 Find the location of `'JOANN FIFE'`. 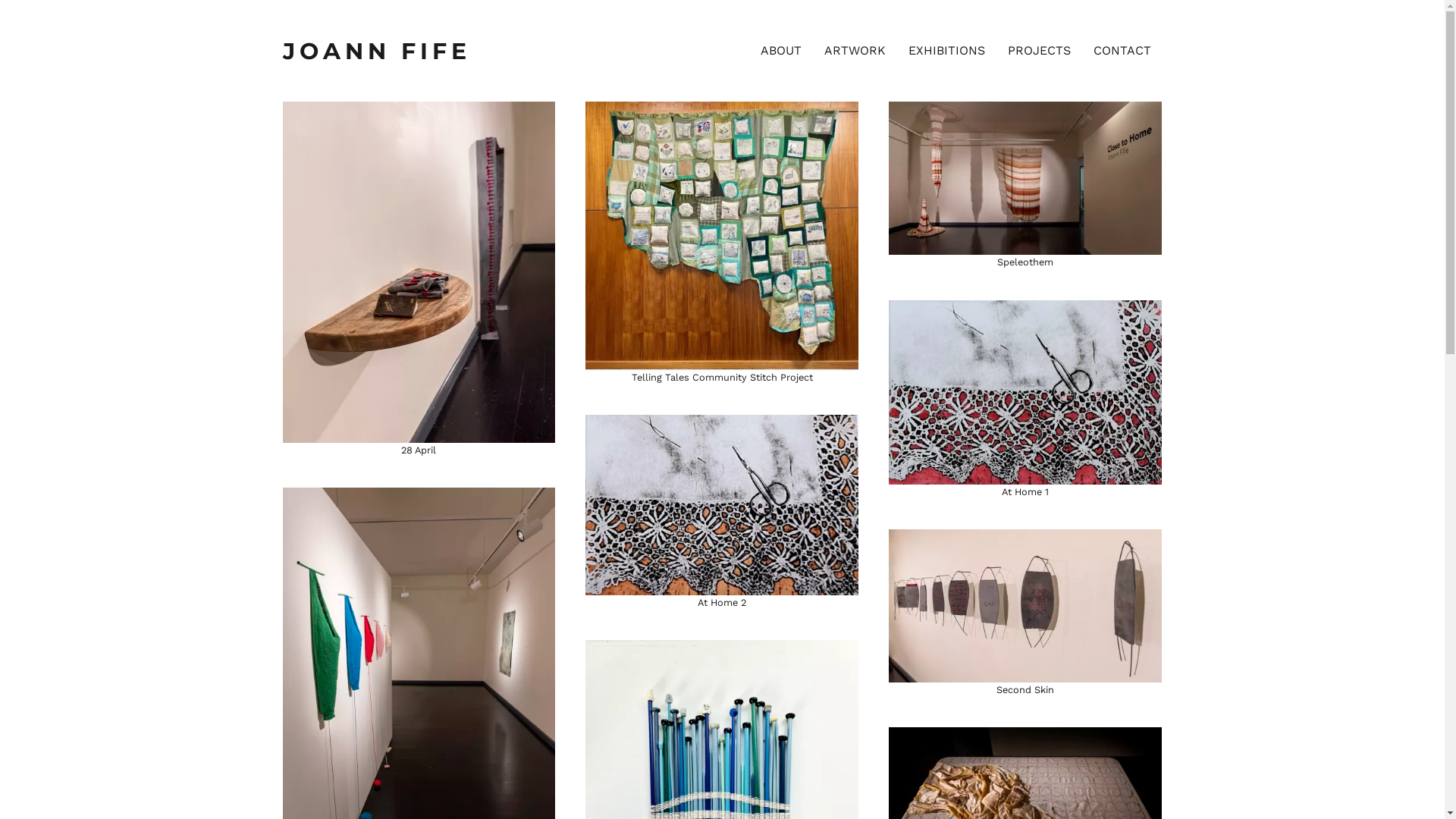

'JOANN FIFE' is located at coordinates (282, 49).